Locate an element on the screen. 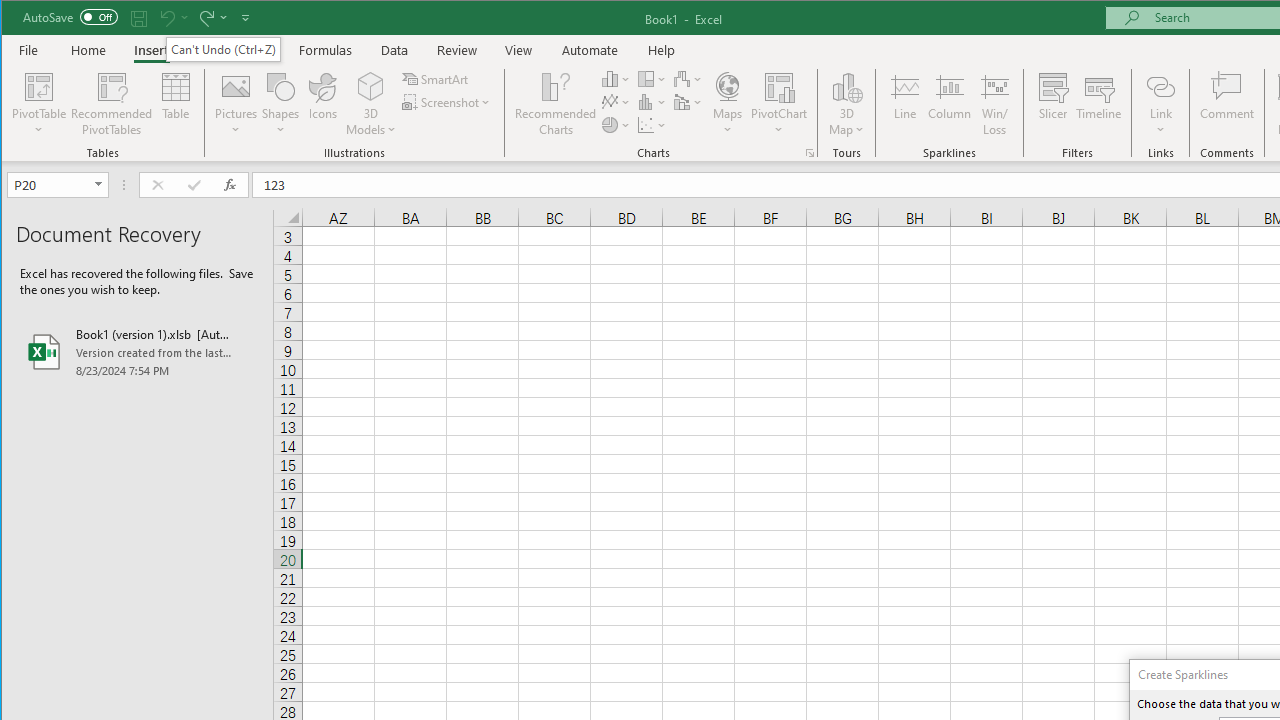 This screenshot has height=720, width=1280. 'Link' is located at coordinates (1160, 85).